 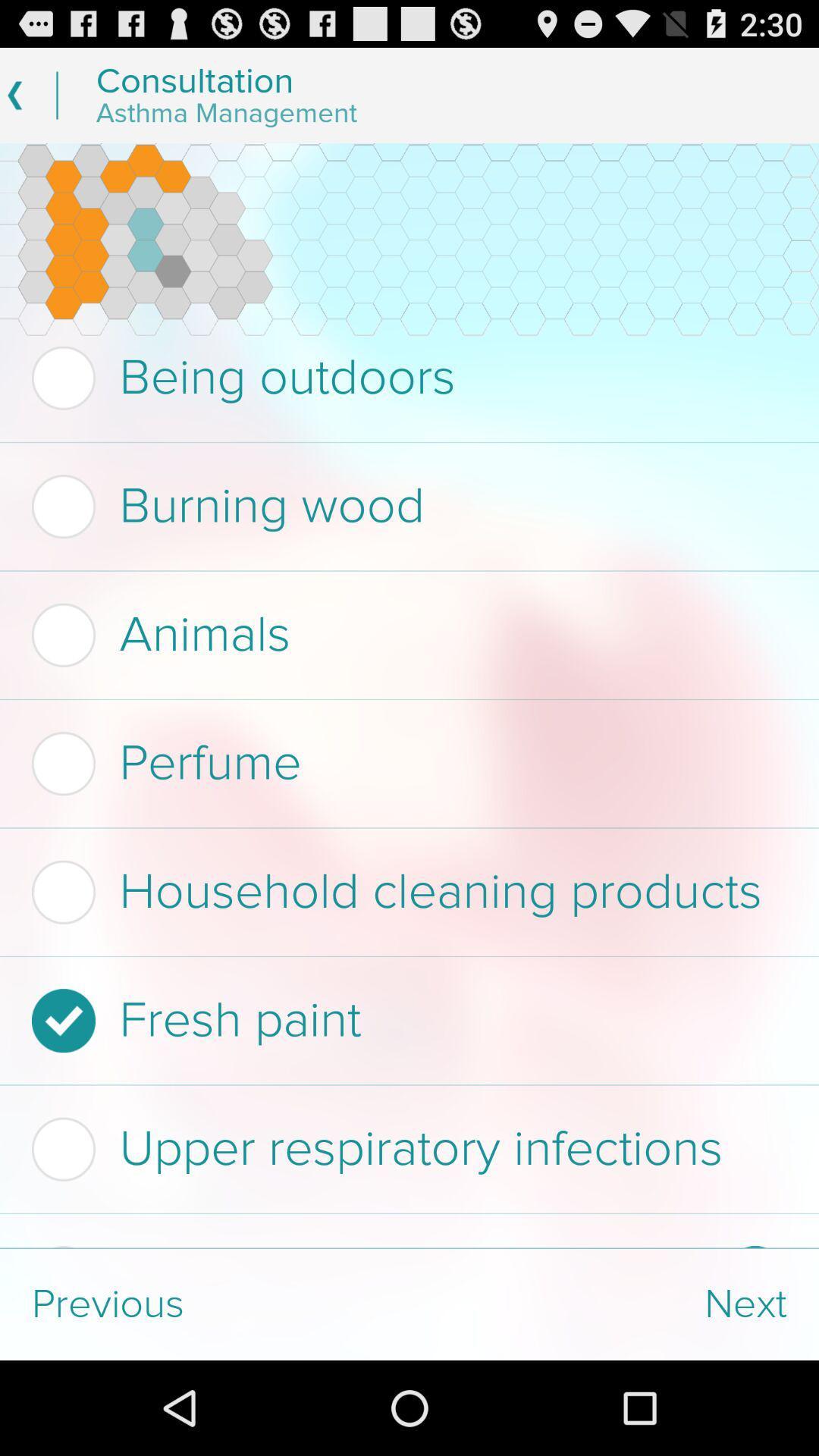 What do you see at coordinates (404, 892) in the screenshot?
I see `the icon below the perfume` at bounding box center [404, 892].